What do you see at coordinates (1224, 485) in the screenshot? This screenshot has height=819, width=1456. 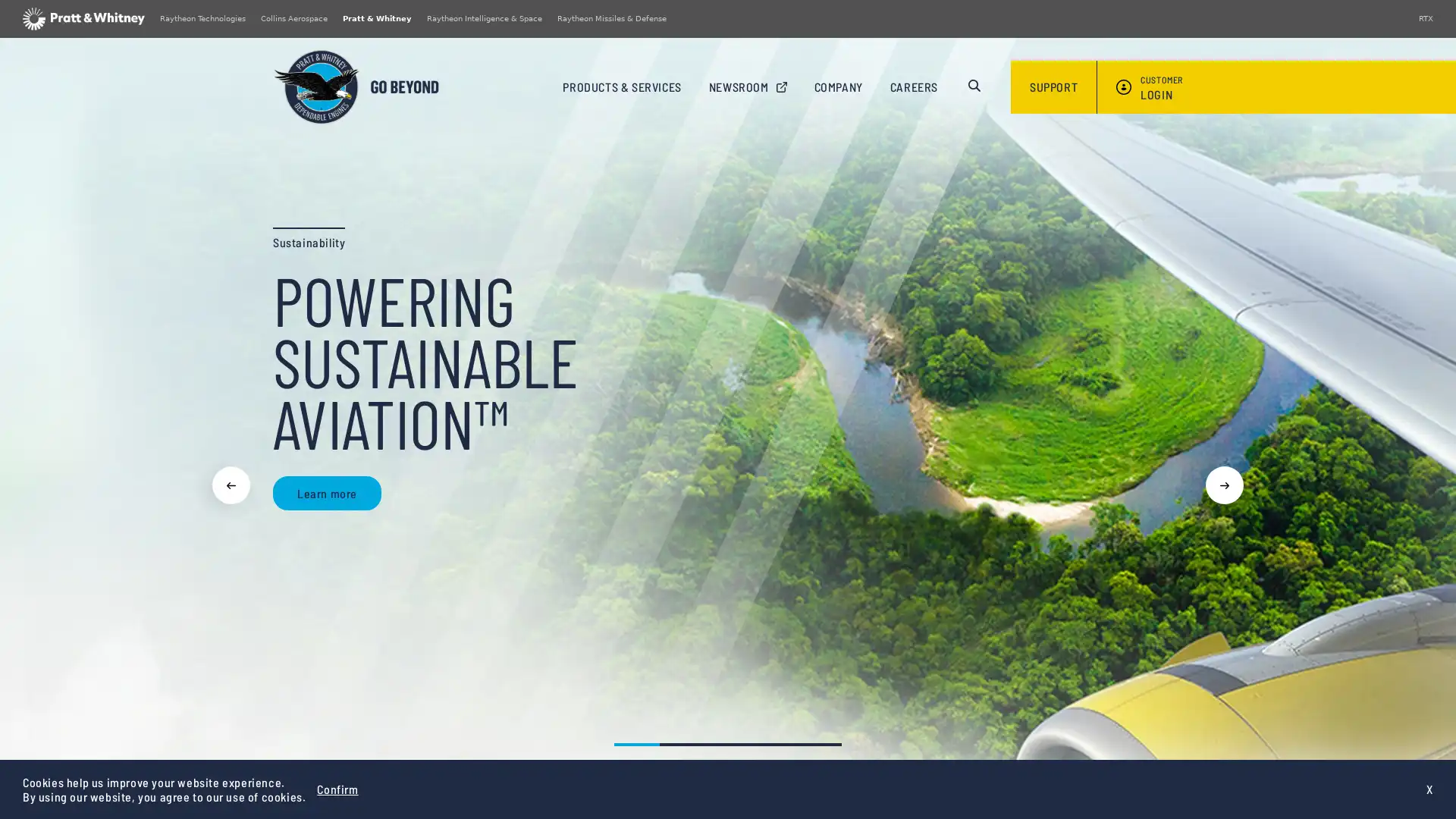 I see `Next slide` at bounding box center [1224, 485].